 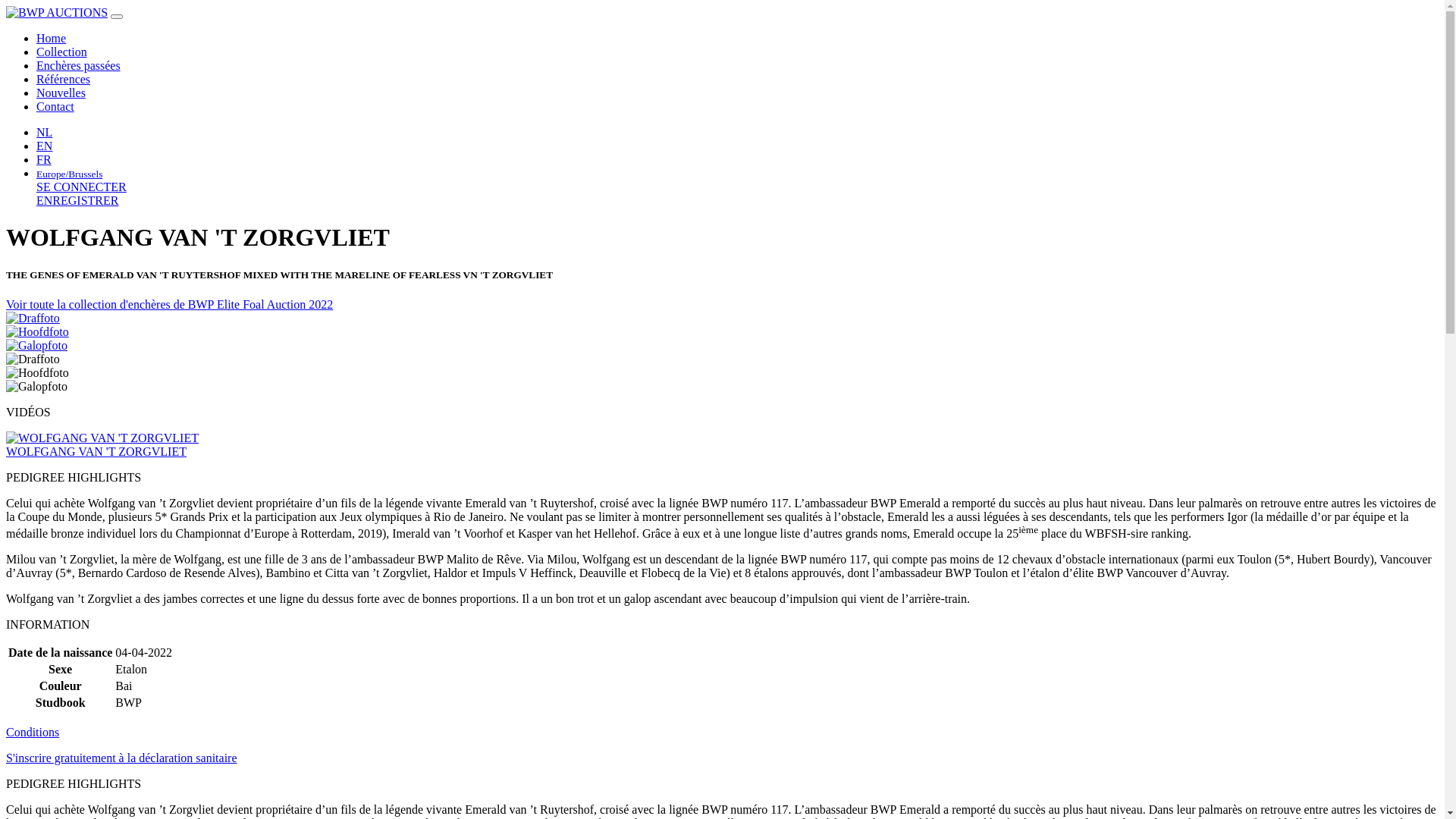 I want to click on 'Nouvelles', so click(x=61, y=93).